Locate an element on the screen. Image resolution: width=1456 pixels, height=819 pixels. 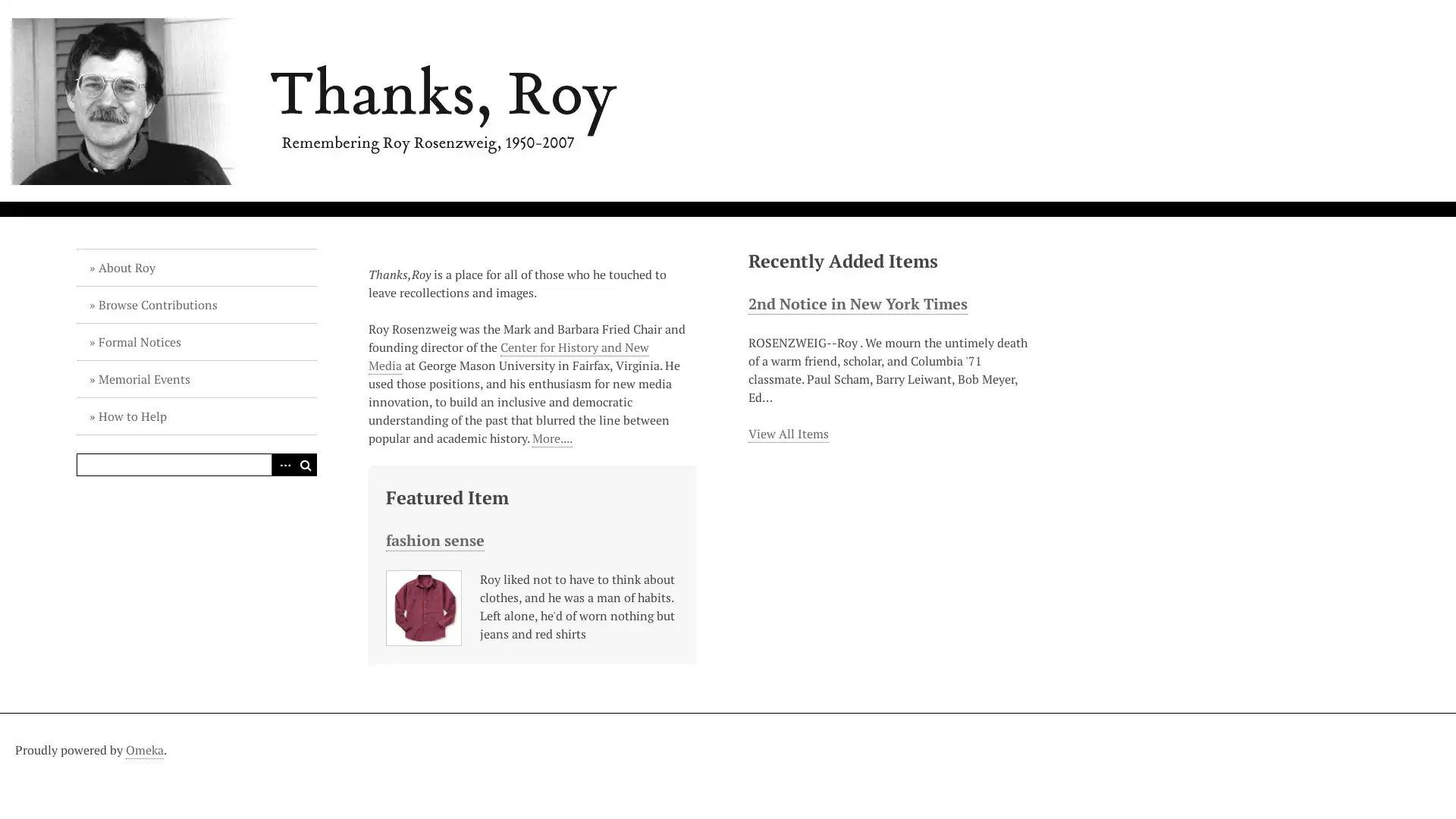
Search is located at coordinates (305, 464).